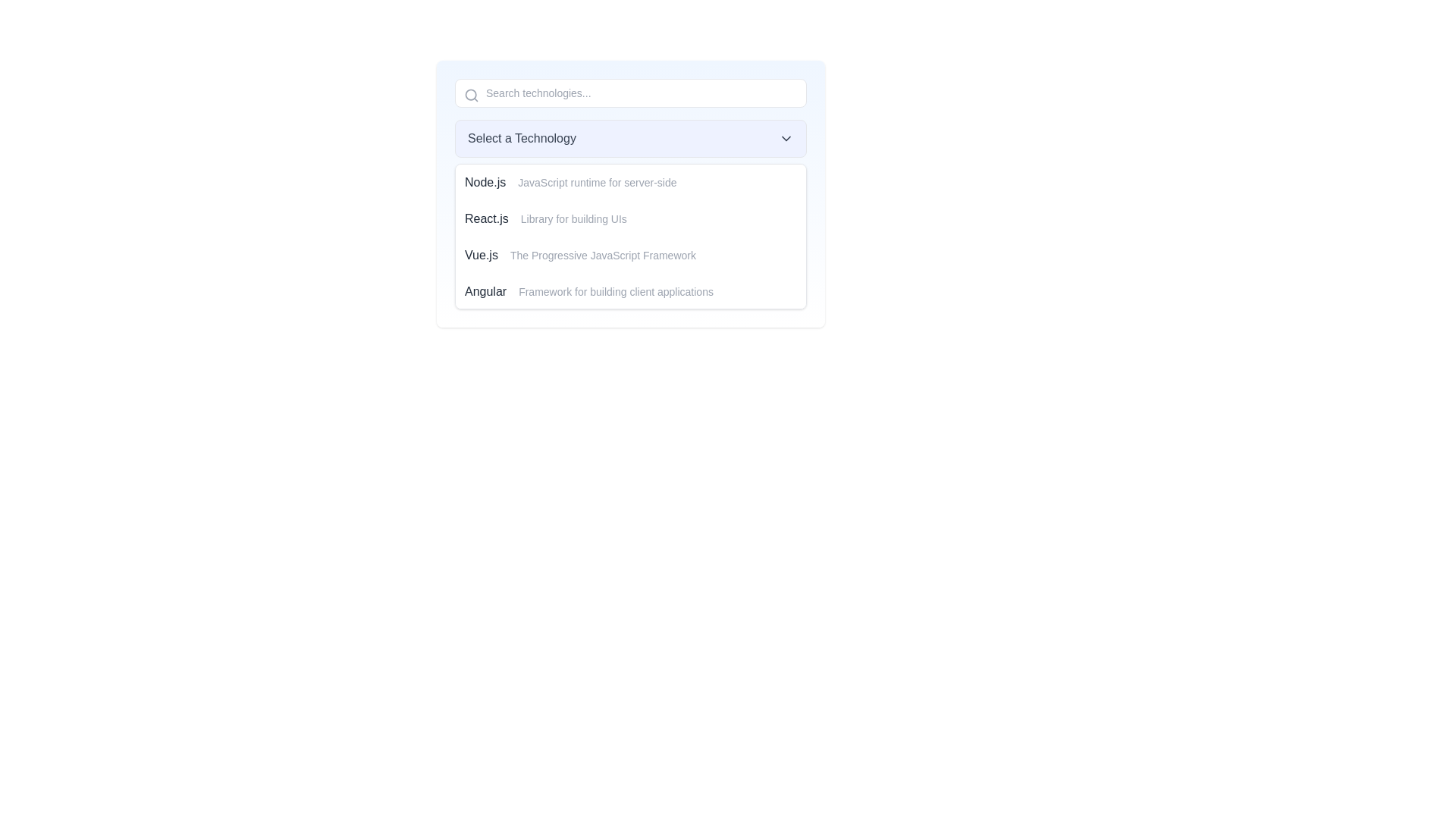 This screenshot has height=819, width=1456. What do you see at coordinates (630, 219) in the screenshot?
I see `the second option in the dropdown menu labeled 'Select a Technology'` at bounding box center [630, 219].